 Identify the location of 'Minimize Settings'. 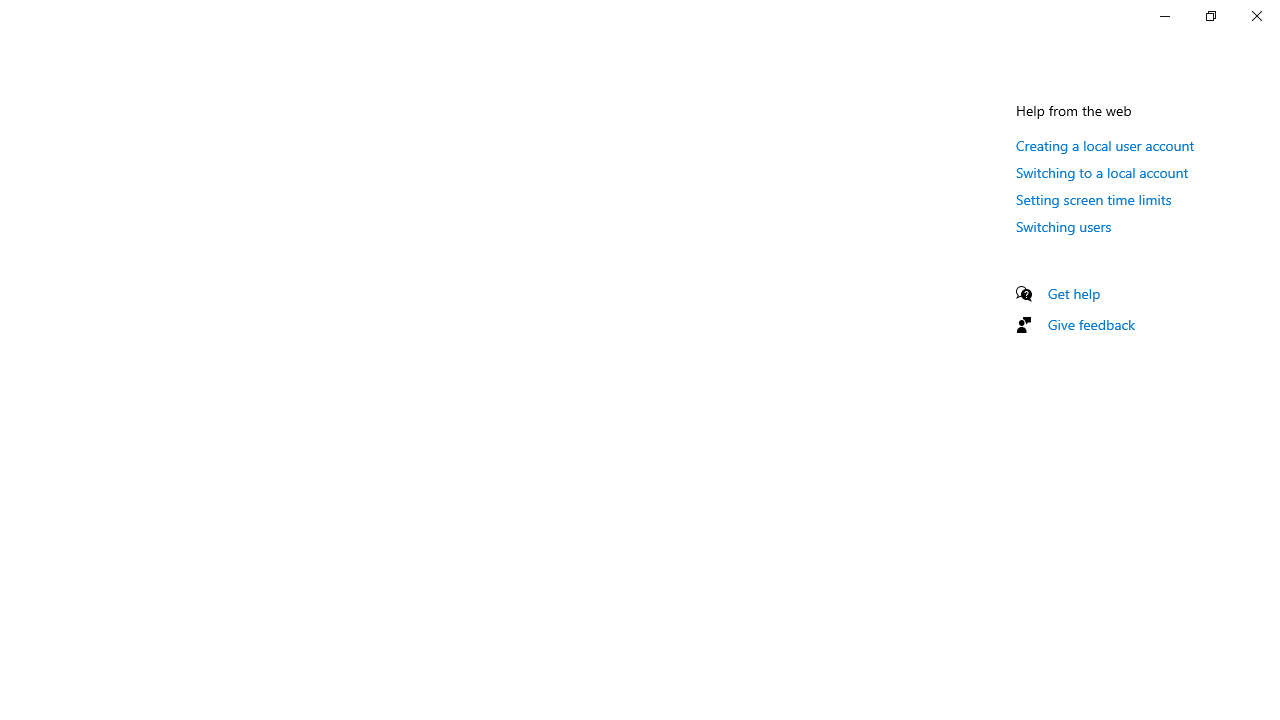
(1164, 15).